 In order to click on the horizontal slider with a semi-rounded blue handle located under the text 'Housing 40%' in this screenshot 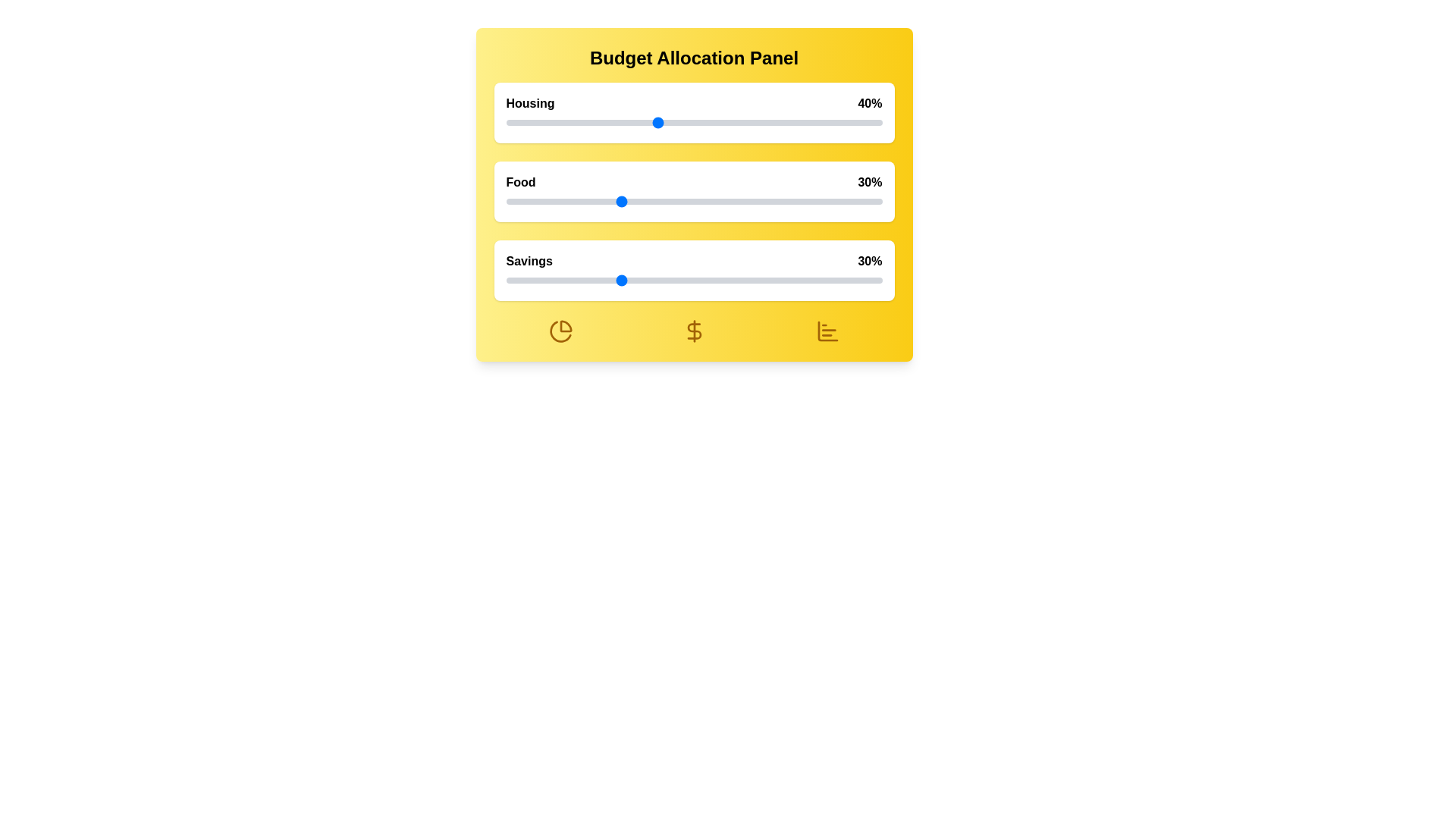, I will do `click(693, 122)`.